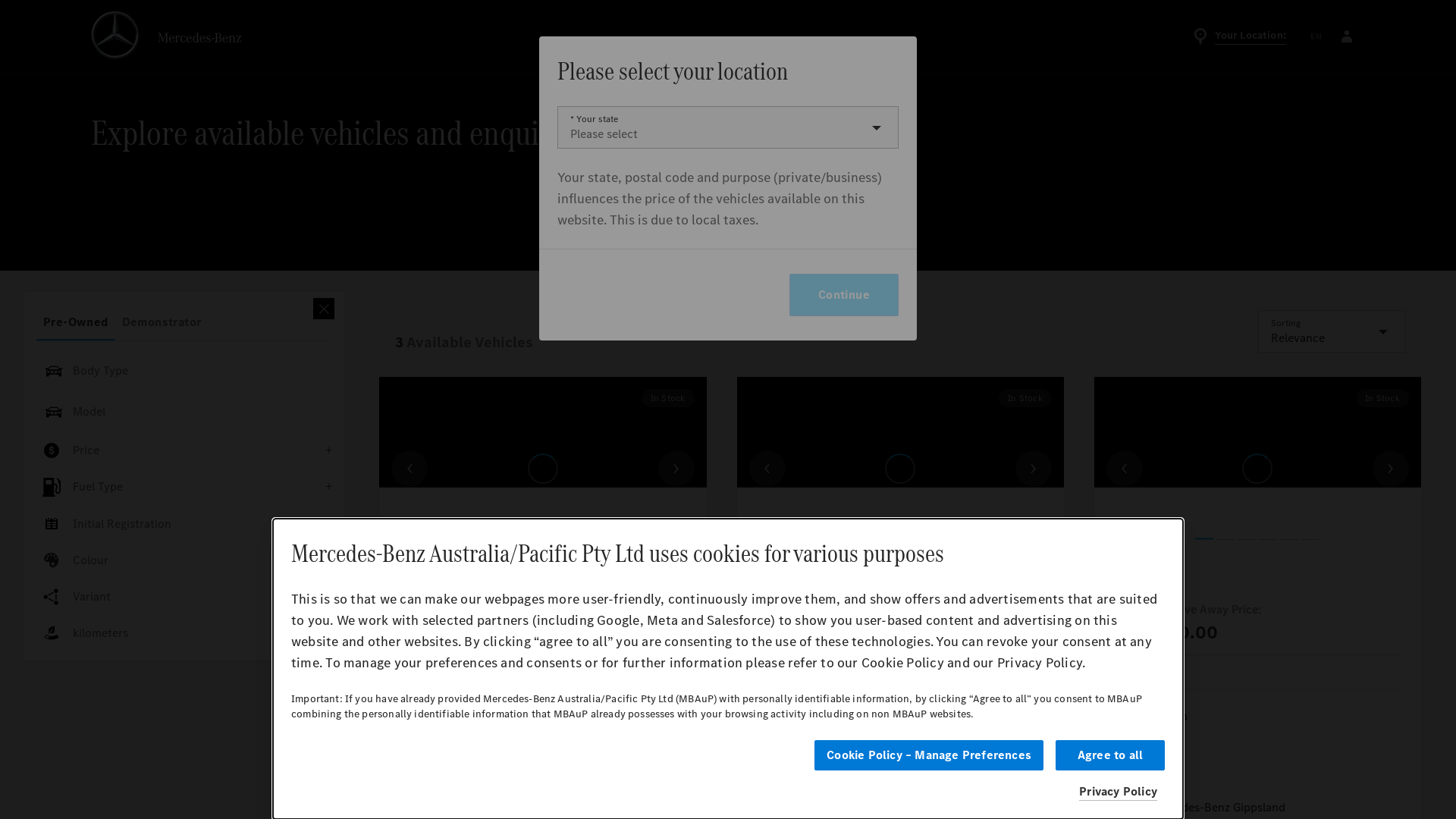  What do you see at coordinates (789, 295) in the screenshot?
I see `'Continue'` at bounding box center [789, 295].